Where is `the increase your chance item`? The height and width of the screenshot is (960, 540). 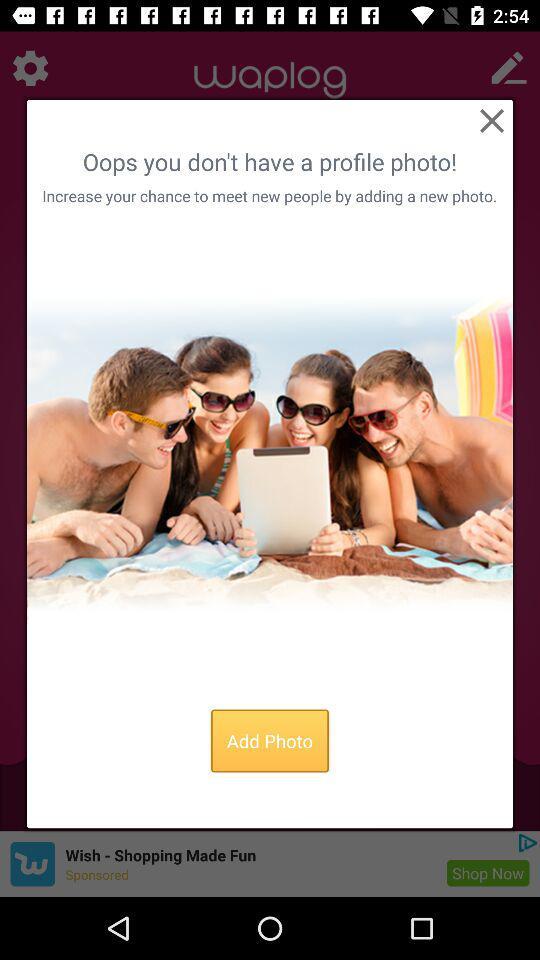
the increase your chance item is located at coordinates (269, 195).